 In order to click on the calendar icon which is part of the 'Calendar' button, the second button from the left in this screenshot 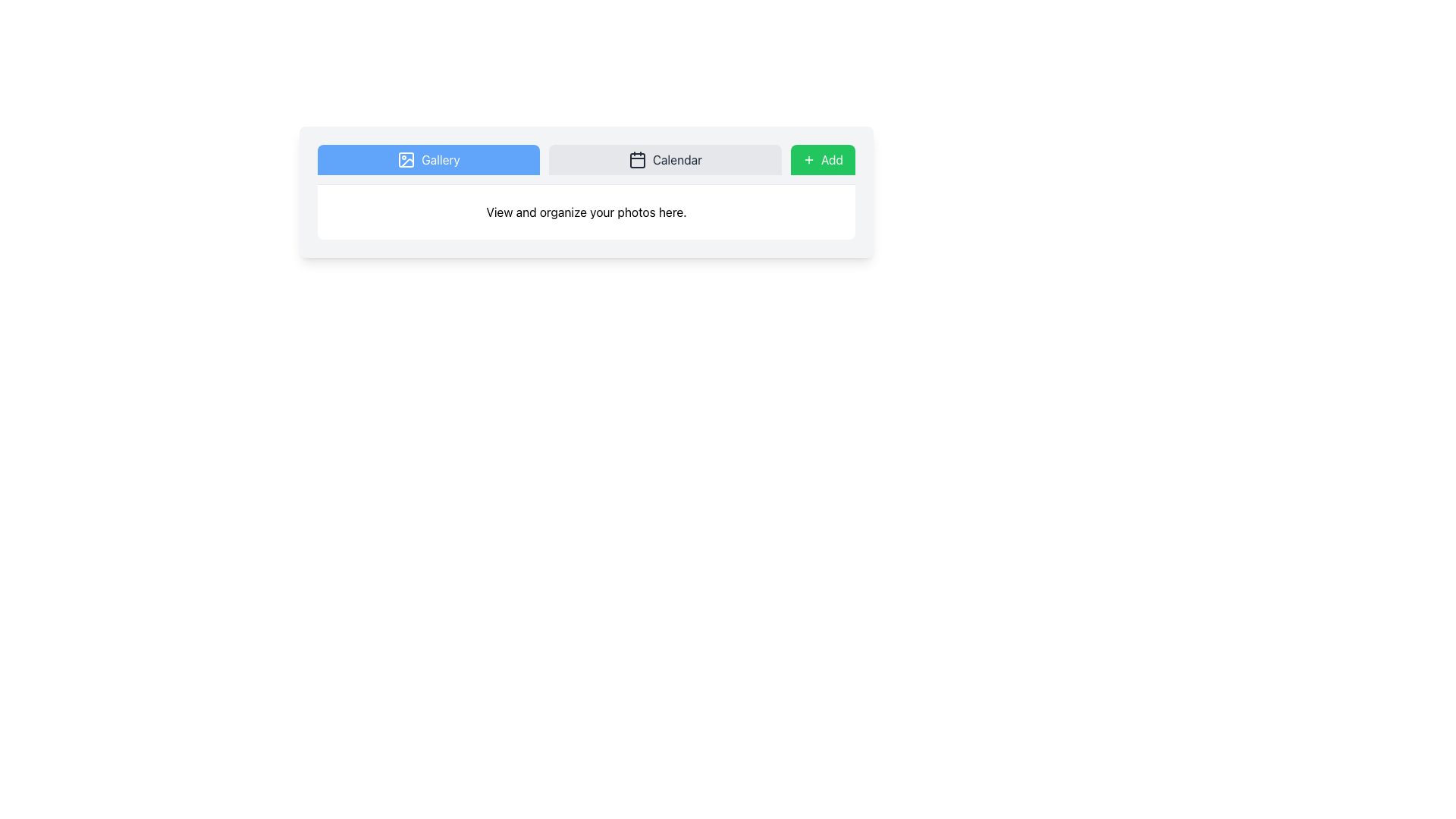, I will do `click(637, 160)`.